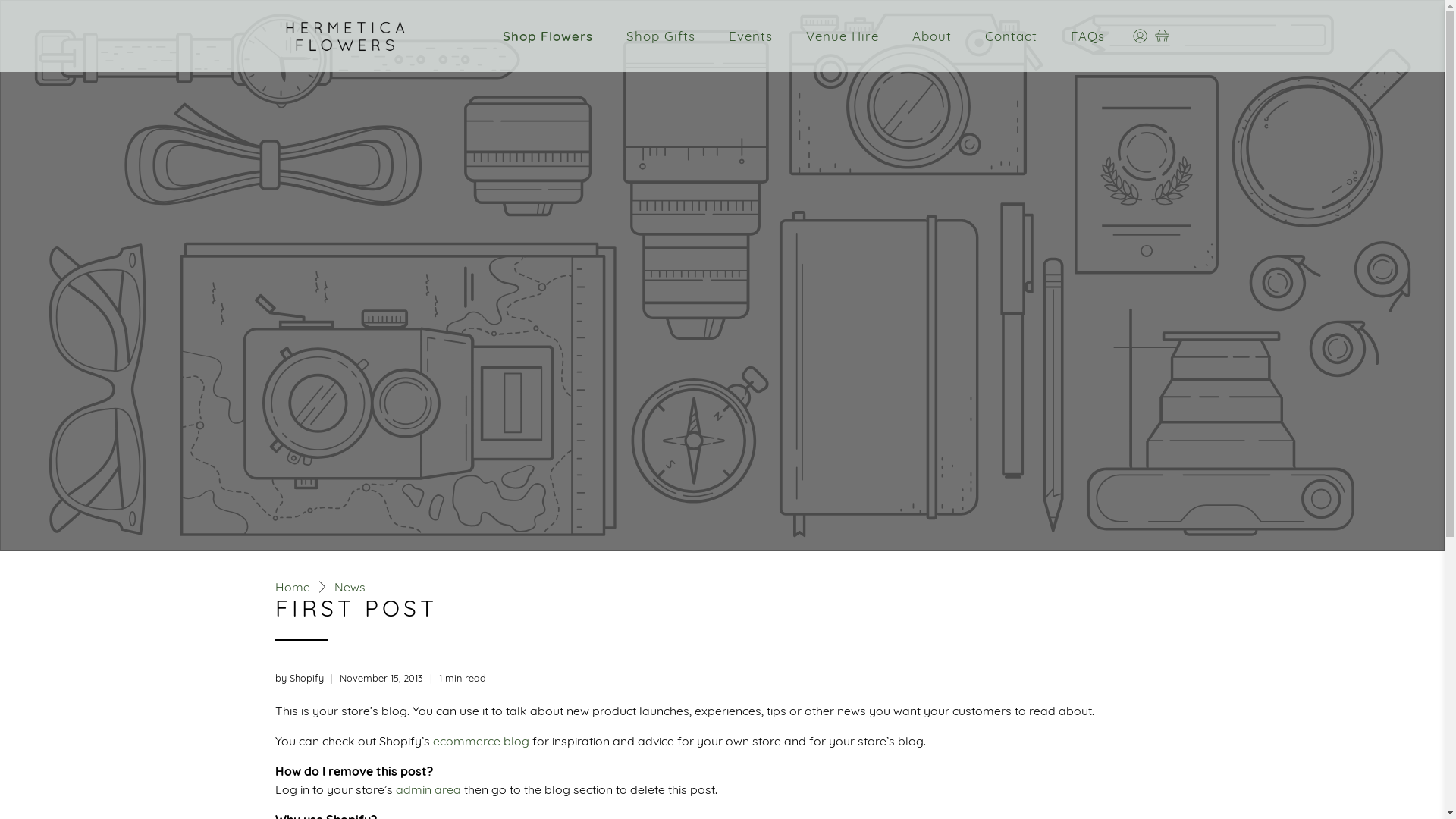 The height and width of the screenshot is (819, 1456). What do you see at coordinates (930, 35) in the screenshot?
I see `'About'` at bounding box center [930, 35].